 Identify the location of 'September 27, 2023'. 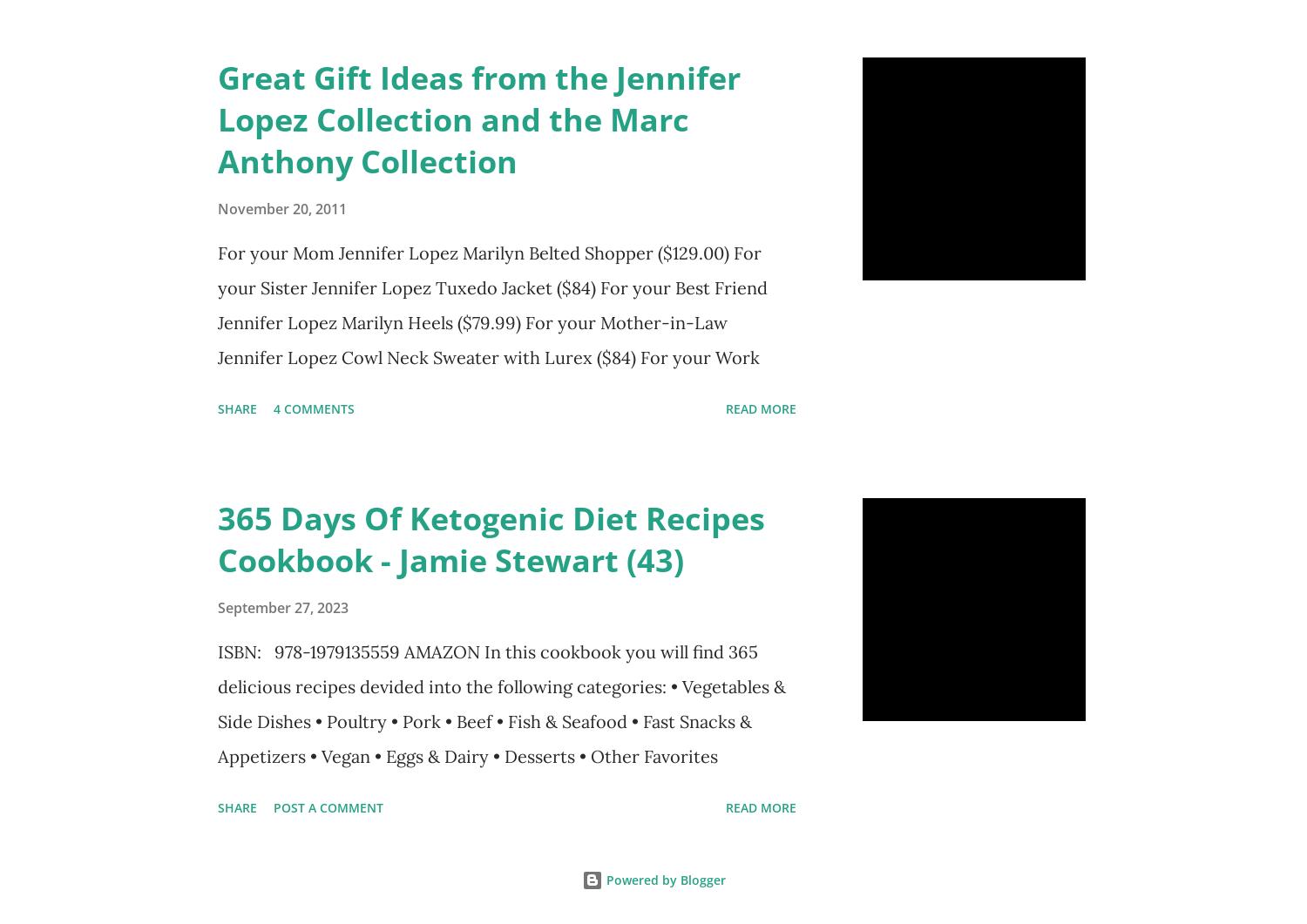
(282, 605).